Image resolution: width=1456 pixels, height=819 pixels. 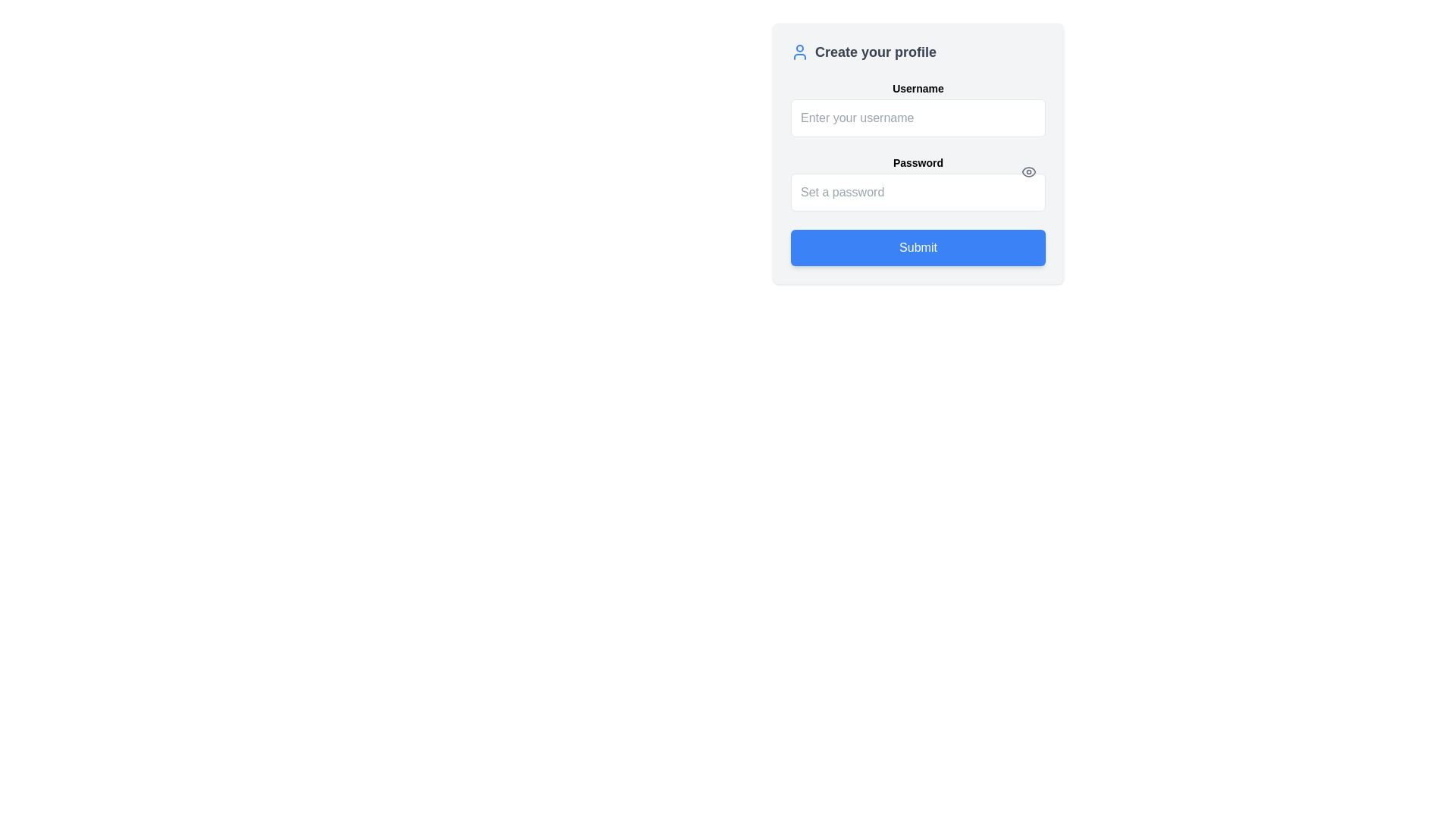 What do you see at coordinates (917, 183) in the screenshot?
I see `the password input field labeled 'Password' to potentially see interactive styling changes` at bounding box center [917, 183].